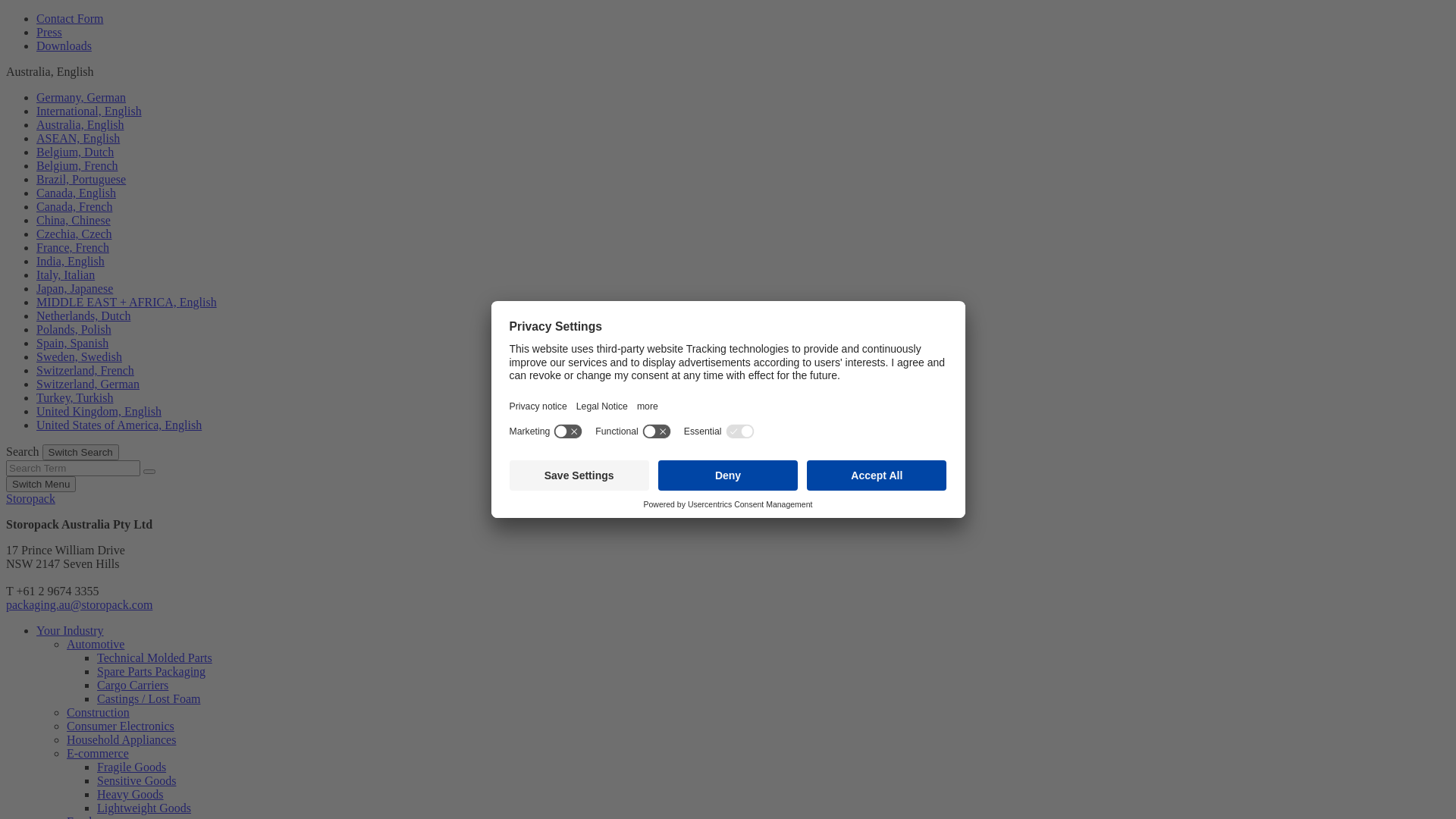  I want to click on 'Polands, Polish', so click(73, 328).